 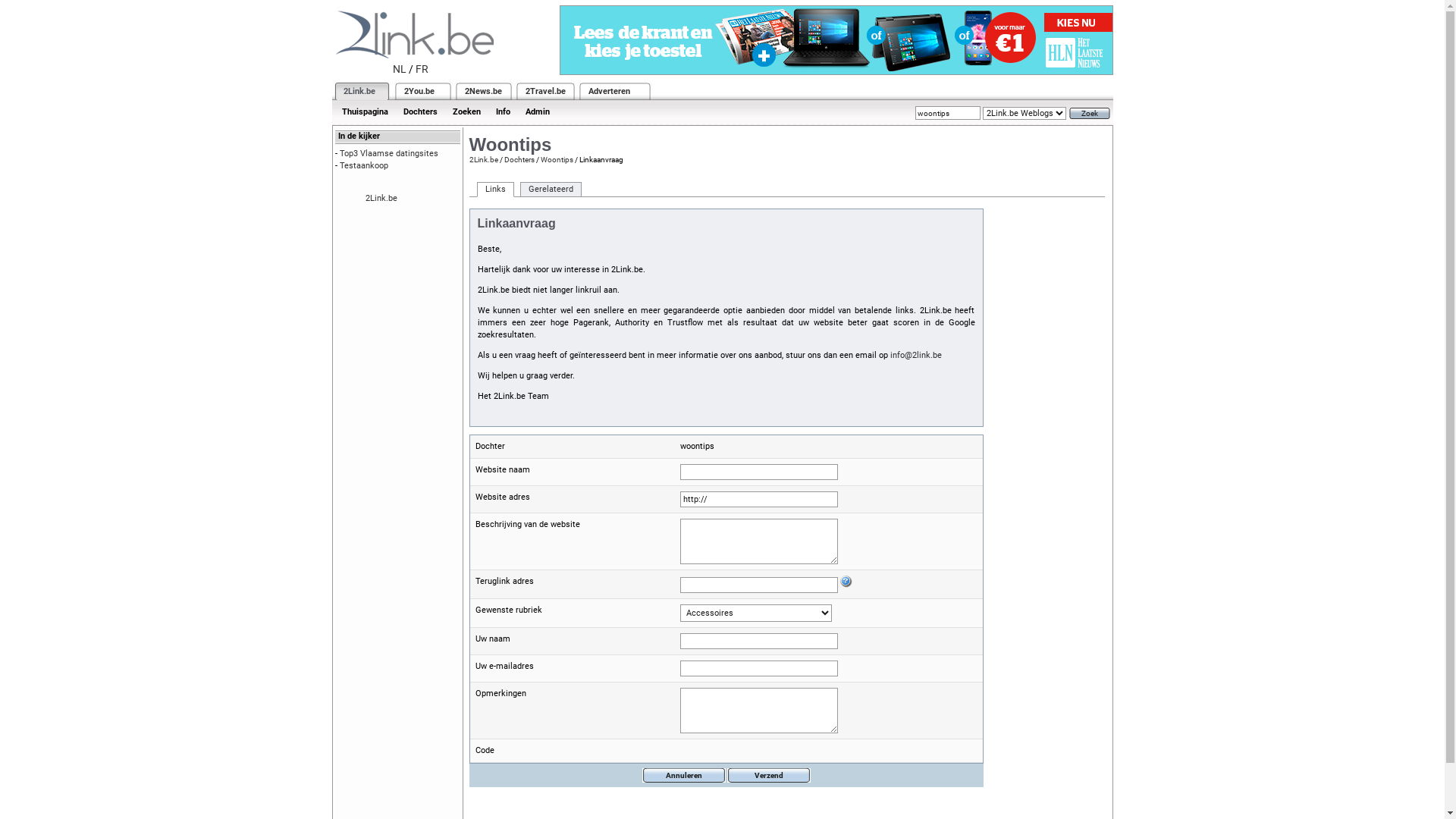 I want to click on 'Links', so click(x=494, y=189).